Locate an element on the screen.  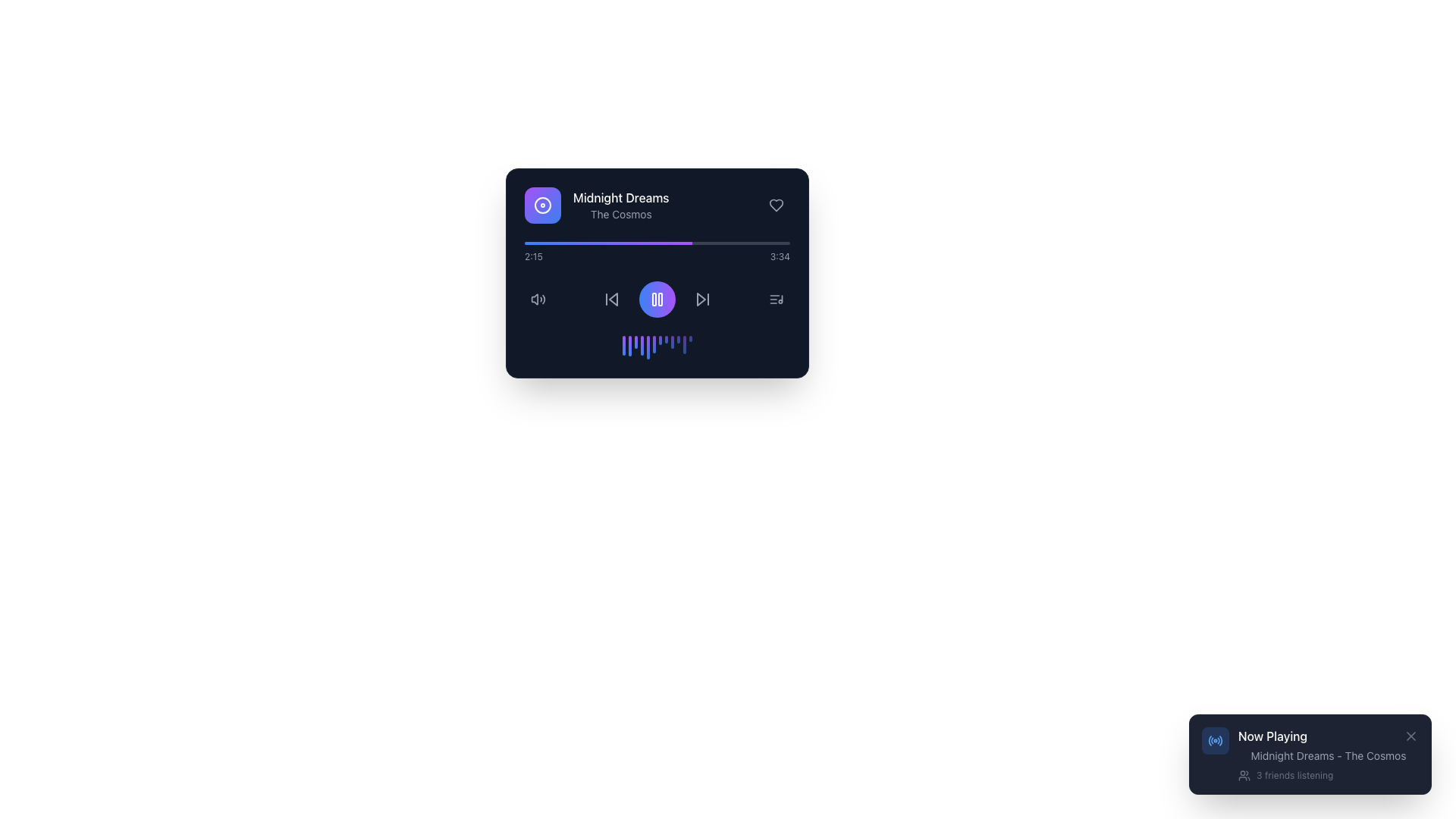
the static visual indicator that represents an audio frequency or waveform, located as the fourth element in a horizontal sequence of vertical bars below the circular play button in the media player interface is located at coordinates (642, 345).